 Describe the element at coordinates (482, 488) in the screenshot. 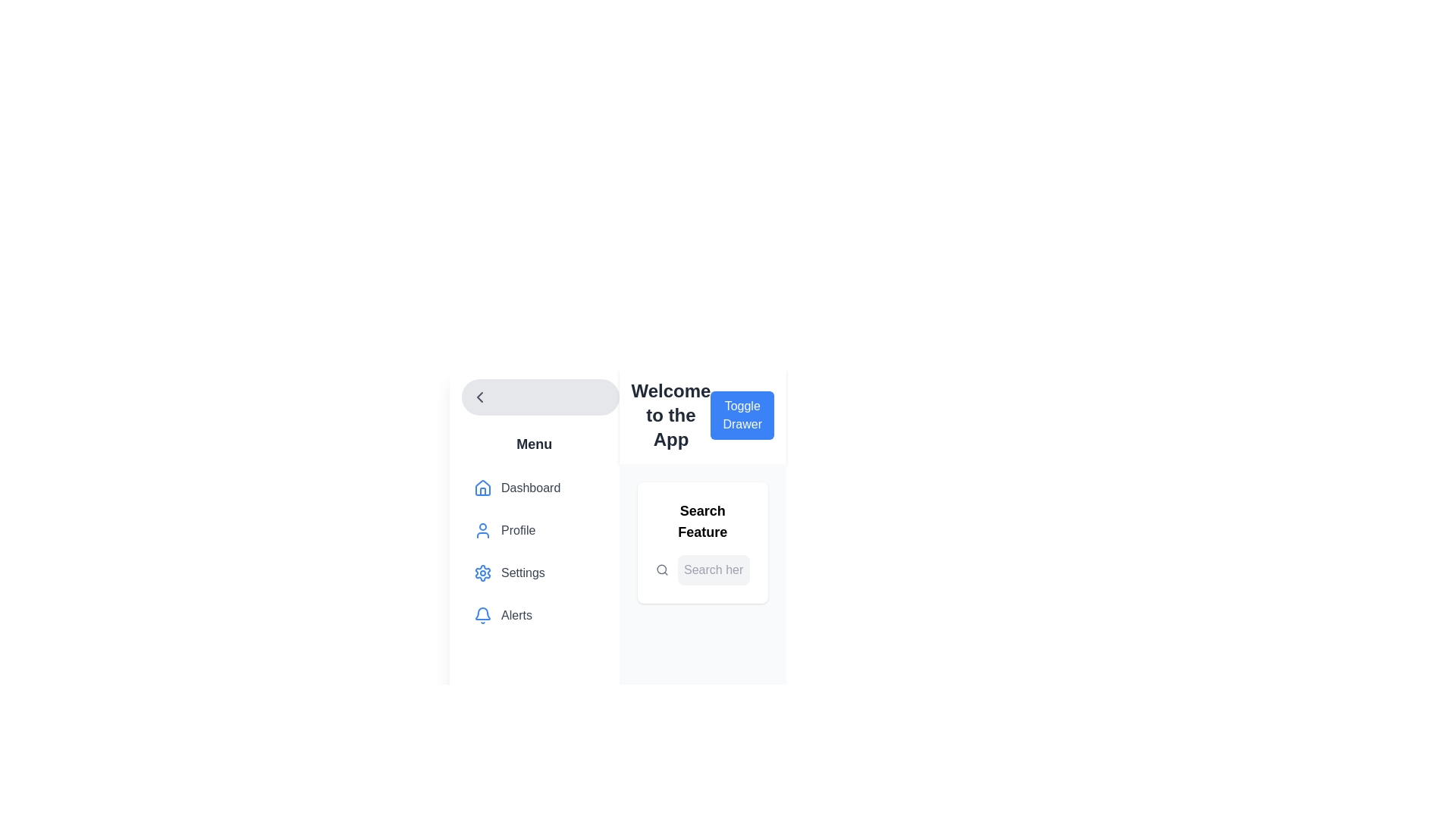

I see `the house-shaped icon with a blue outline that indicates home or dashboard functionality, located to the left of the 'Dashboard' text in the navigation pane` at that location.